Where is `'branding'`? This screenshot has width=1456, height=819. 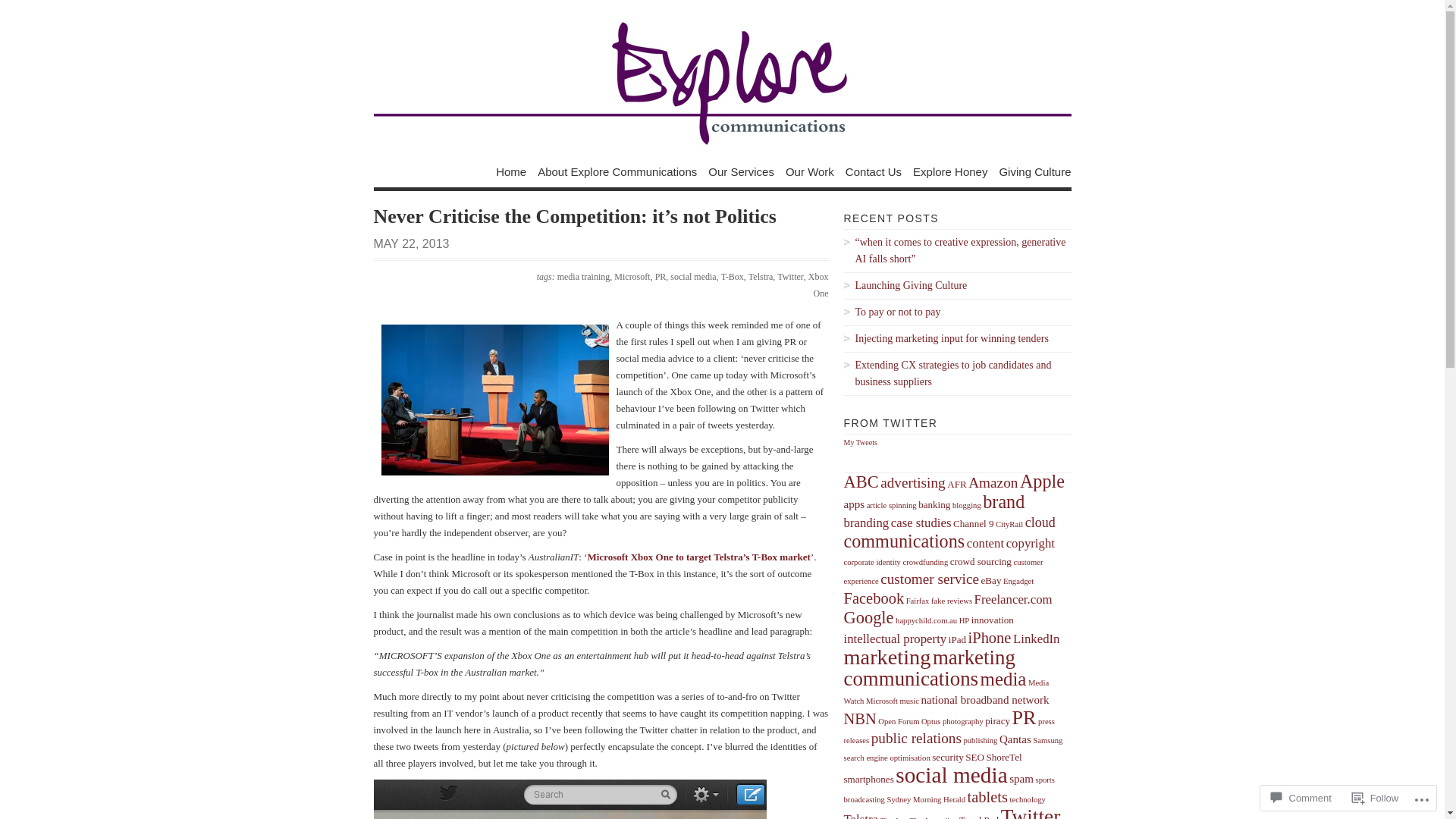 'branding' is located at coordinates (866, 522).